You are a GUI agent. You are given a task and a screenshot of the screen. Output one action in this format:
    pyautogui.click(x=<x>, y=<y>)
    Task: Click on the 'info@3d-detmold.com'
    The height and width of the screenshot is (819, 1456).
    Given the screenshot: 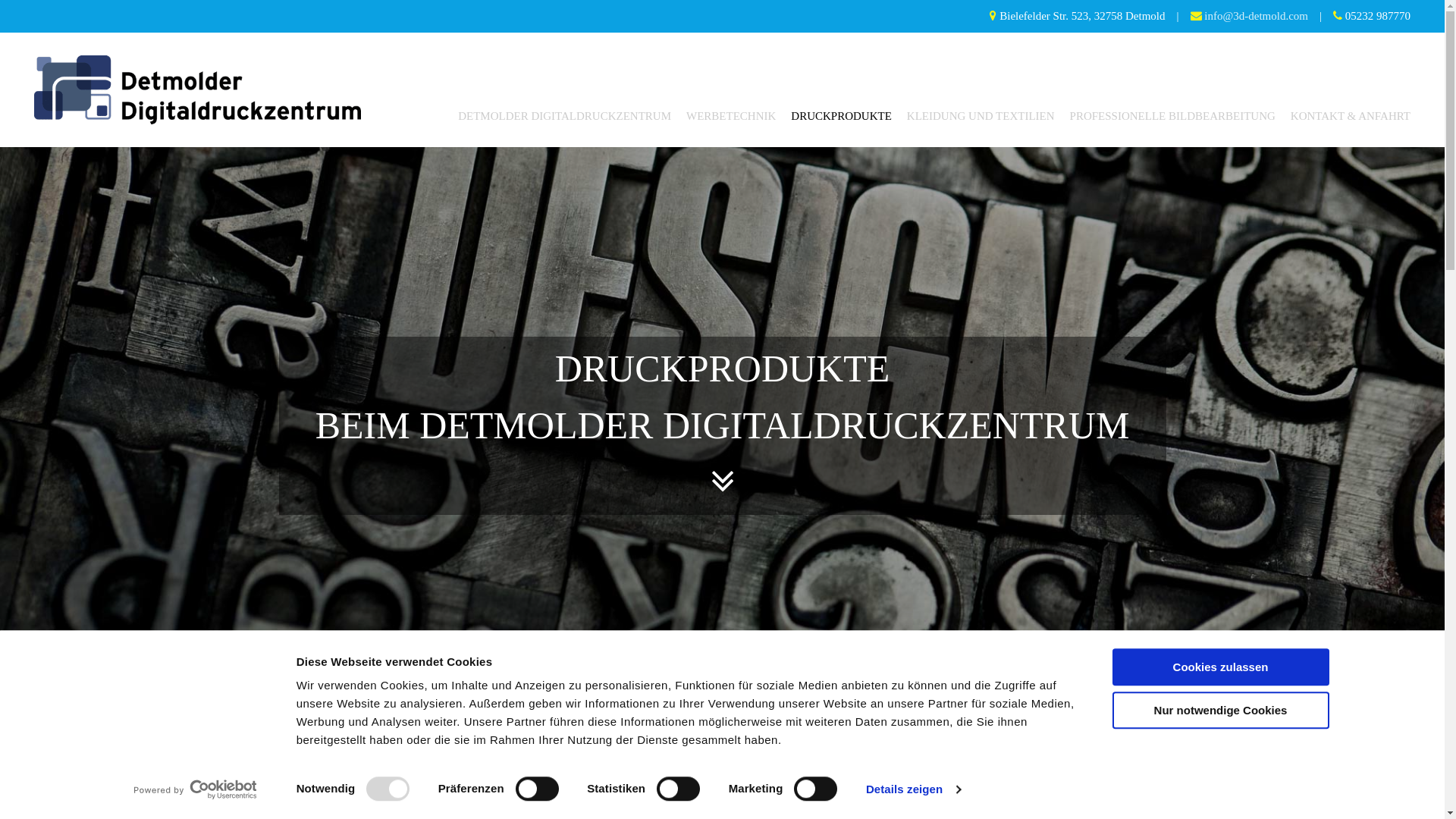 What is the action you would take?
    pyautogui.click(x=1256, y=15)
    